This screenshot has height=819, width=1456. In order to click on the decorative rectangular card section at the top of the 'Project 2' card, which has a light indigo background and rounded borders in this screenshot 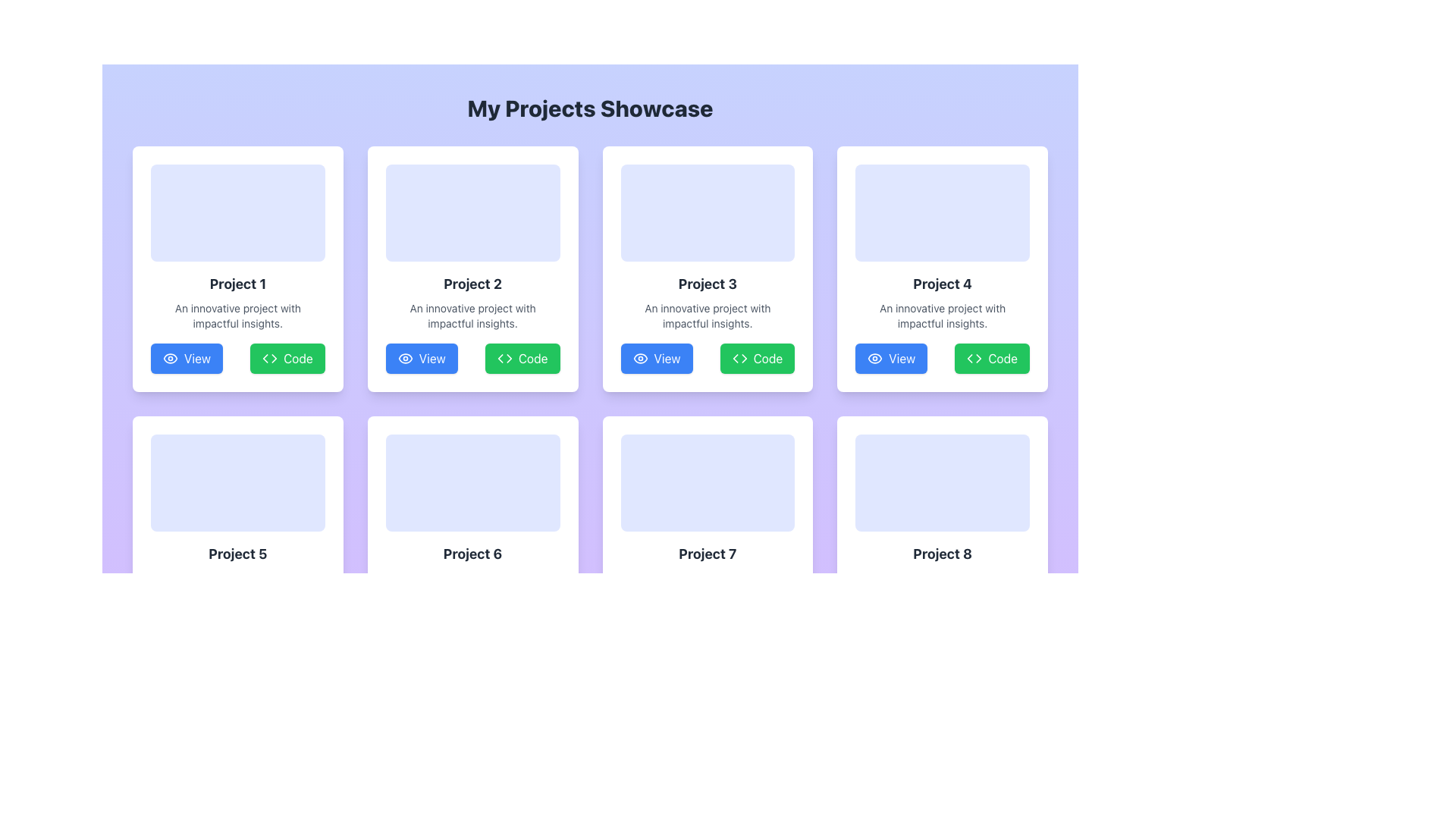, I will do `click(472, 213)`.